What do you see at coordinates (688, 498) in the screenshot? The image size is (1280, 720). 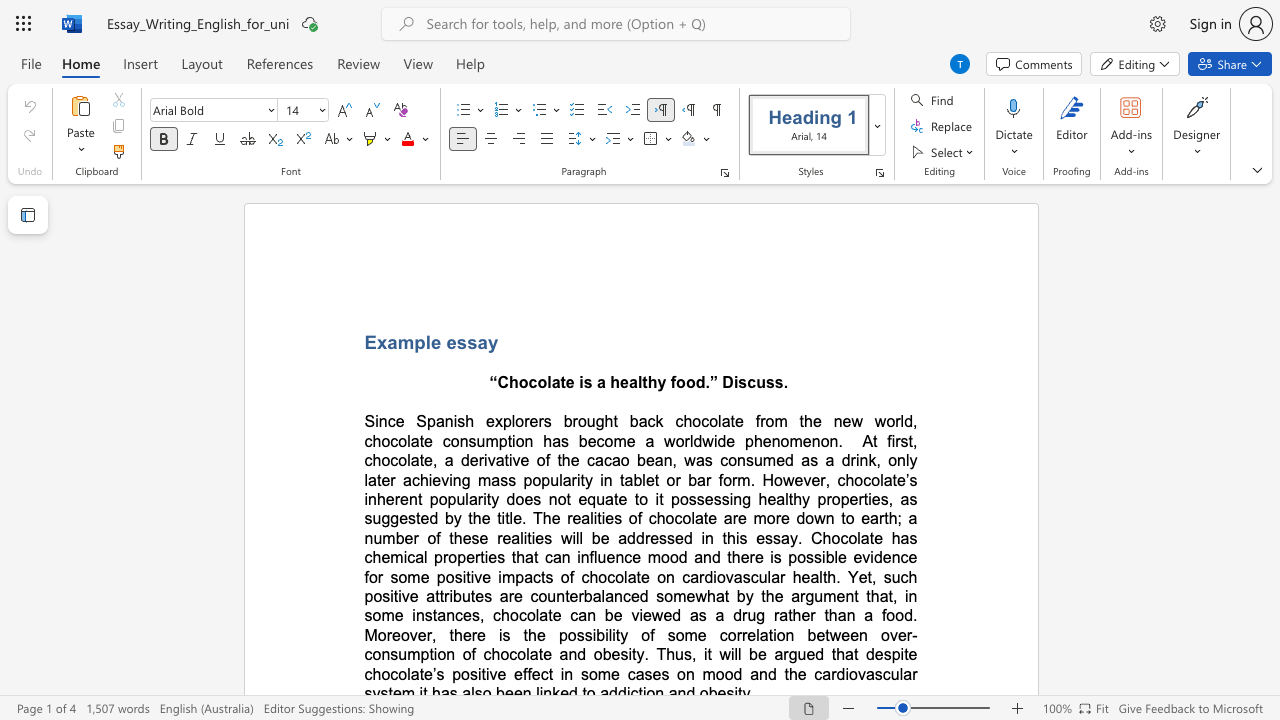 I see `the space between the continuous character "o" and "s" in the text` at bounding box center [688, 498].